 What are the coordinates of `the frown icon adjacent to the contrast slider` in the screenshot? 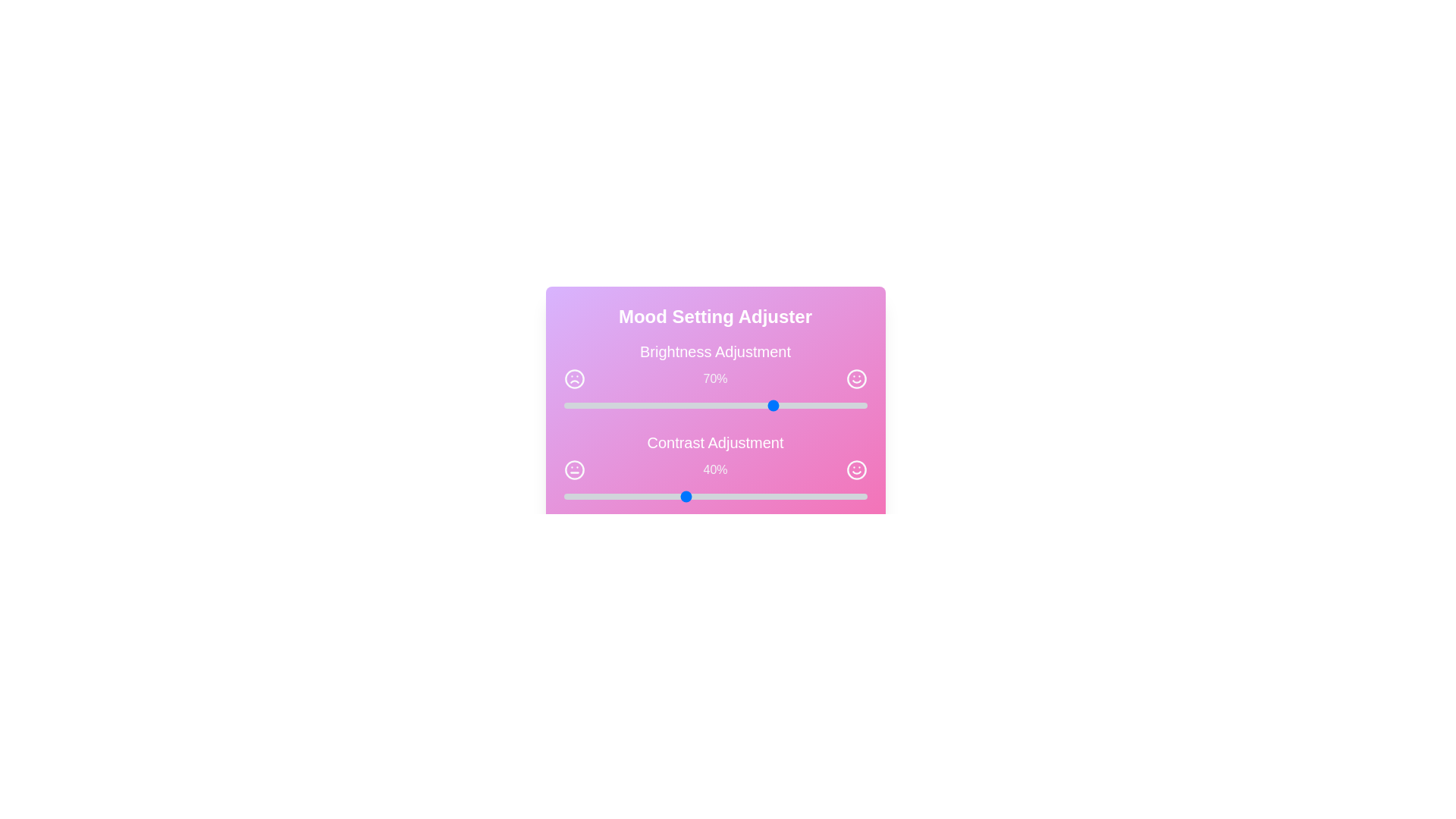 It's located at (573, 469).